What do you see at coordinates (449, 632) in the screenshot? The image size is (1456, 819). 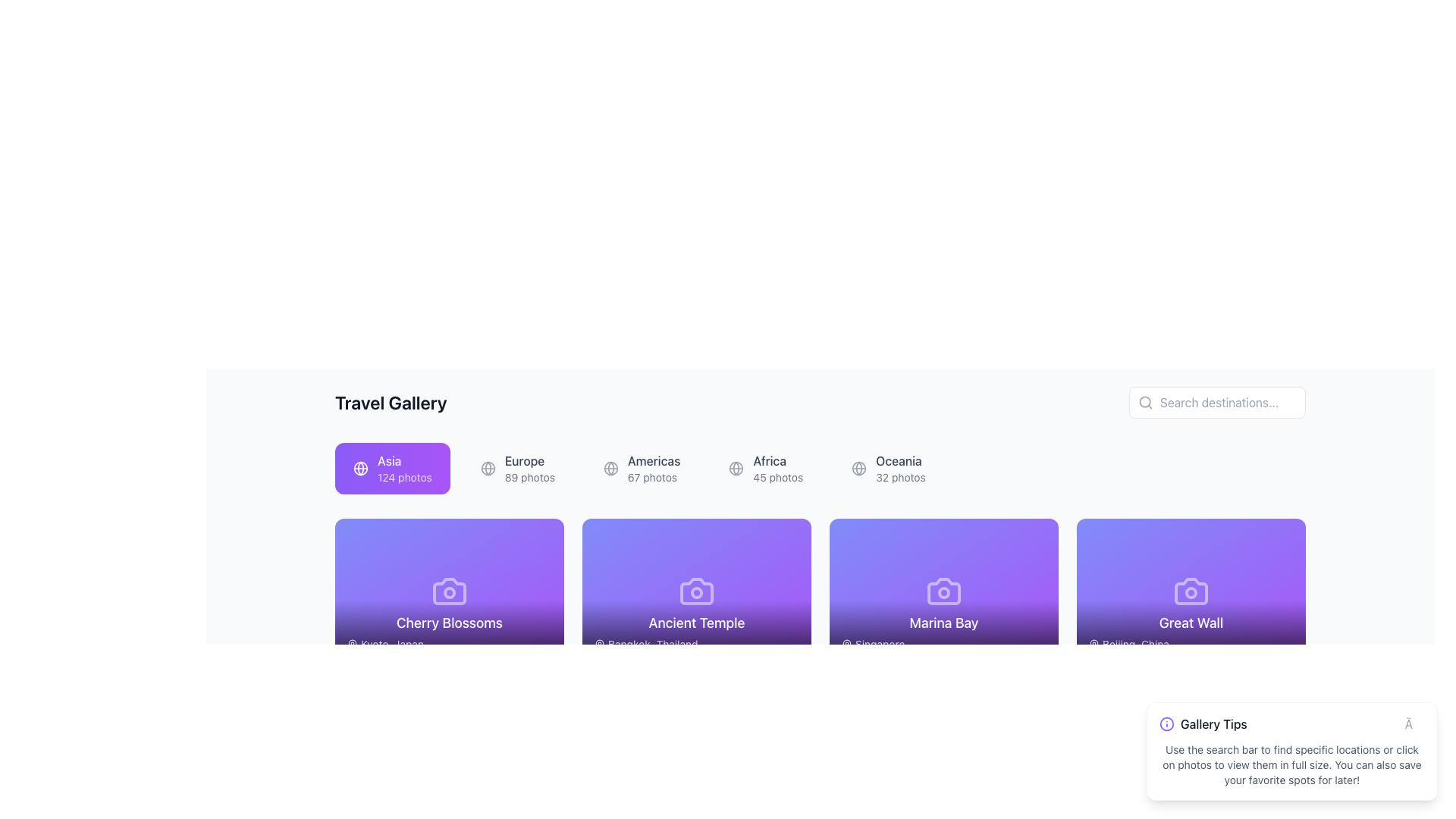 I see `the Informational Label displaying 'Cherry Blossoms' and 'Kyoto, Japan', which is located in the first card of the second row in the gallery` at bounding box center [449, 632].